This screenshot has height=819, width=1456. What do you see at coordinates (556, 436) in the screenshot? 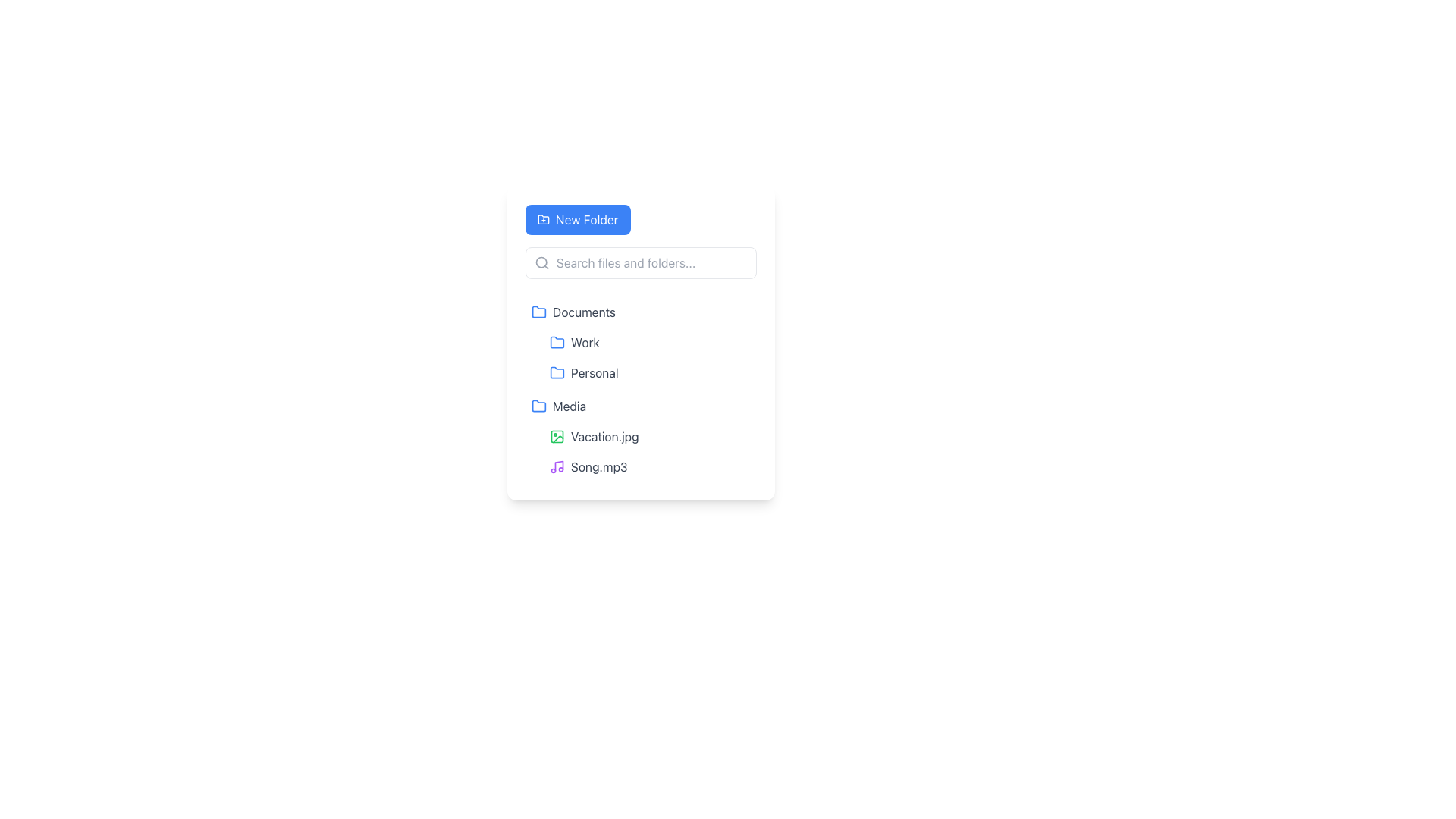
I see `the image preview icon for the file 'Vacation.jpg'` at bounding box center [556, 436].